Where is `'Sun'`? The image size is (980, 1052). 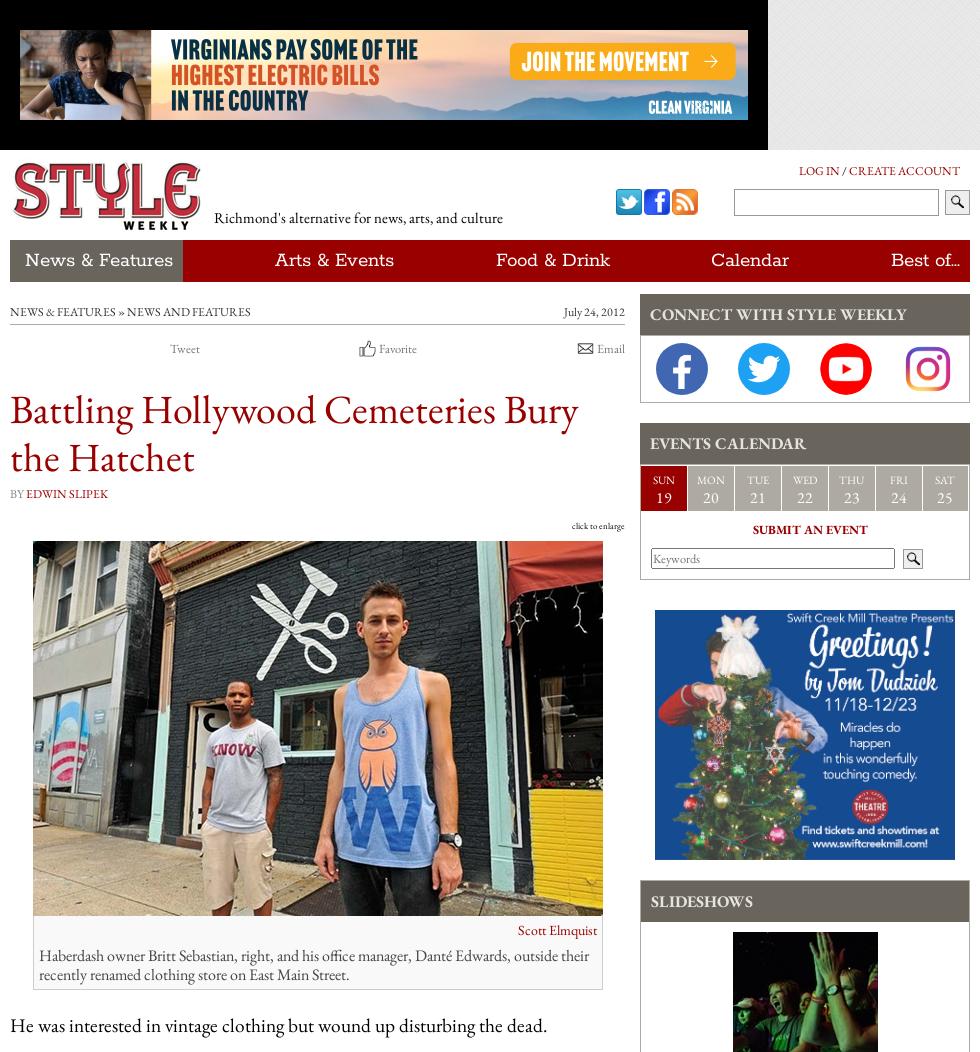
'Sun' is located at coordinates (662, 480).